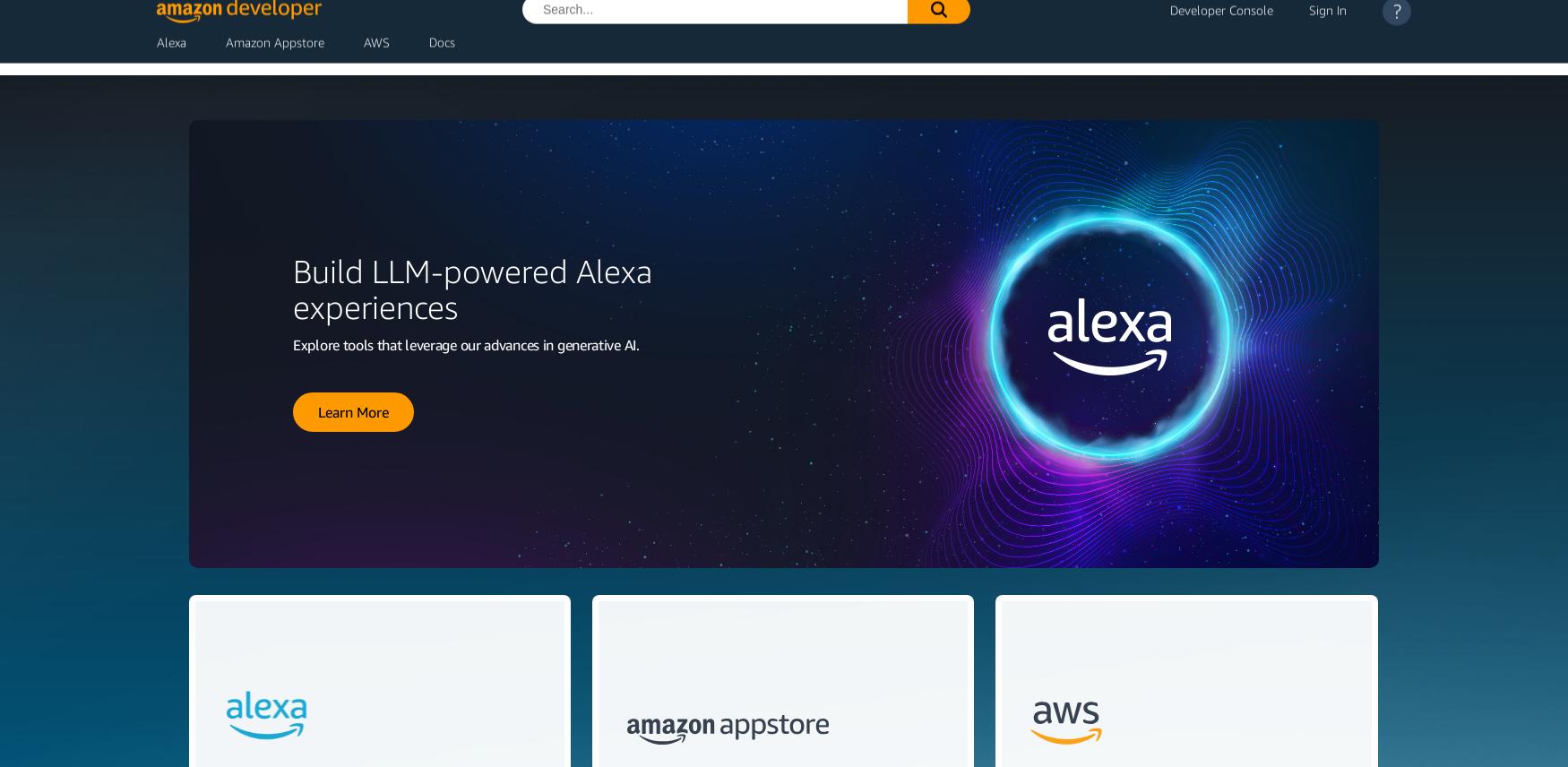  Describe the element at coordinates (352, 410) in the screenshot. I see `'Learn More'` at that location.